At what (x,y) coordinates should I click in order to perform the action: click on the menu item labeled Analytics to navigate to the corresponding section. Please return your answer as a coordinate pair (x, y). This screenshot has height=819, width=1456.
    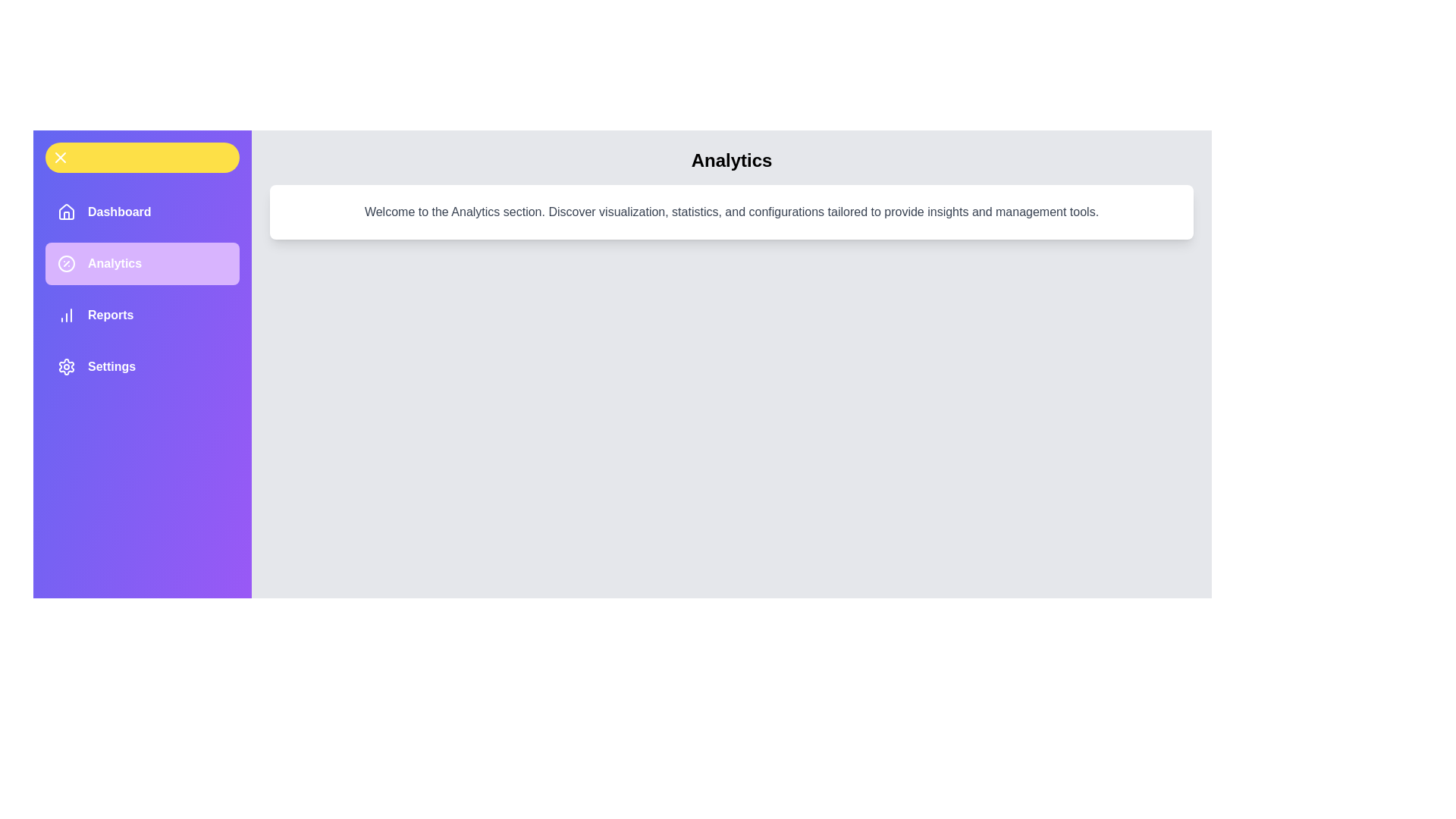
    Looking at the image, I should click on (142, 262).